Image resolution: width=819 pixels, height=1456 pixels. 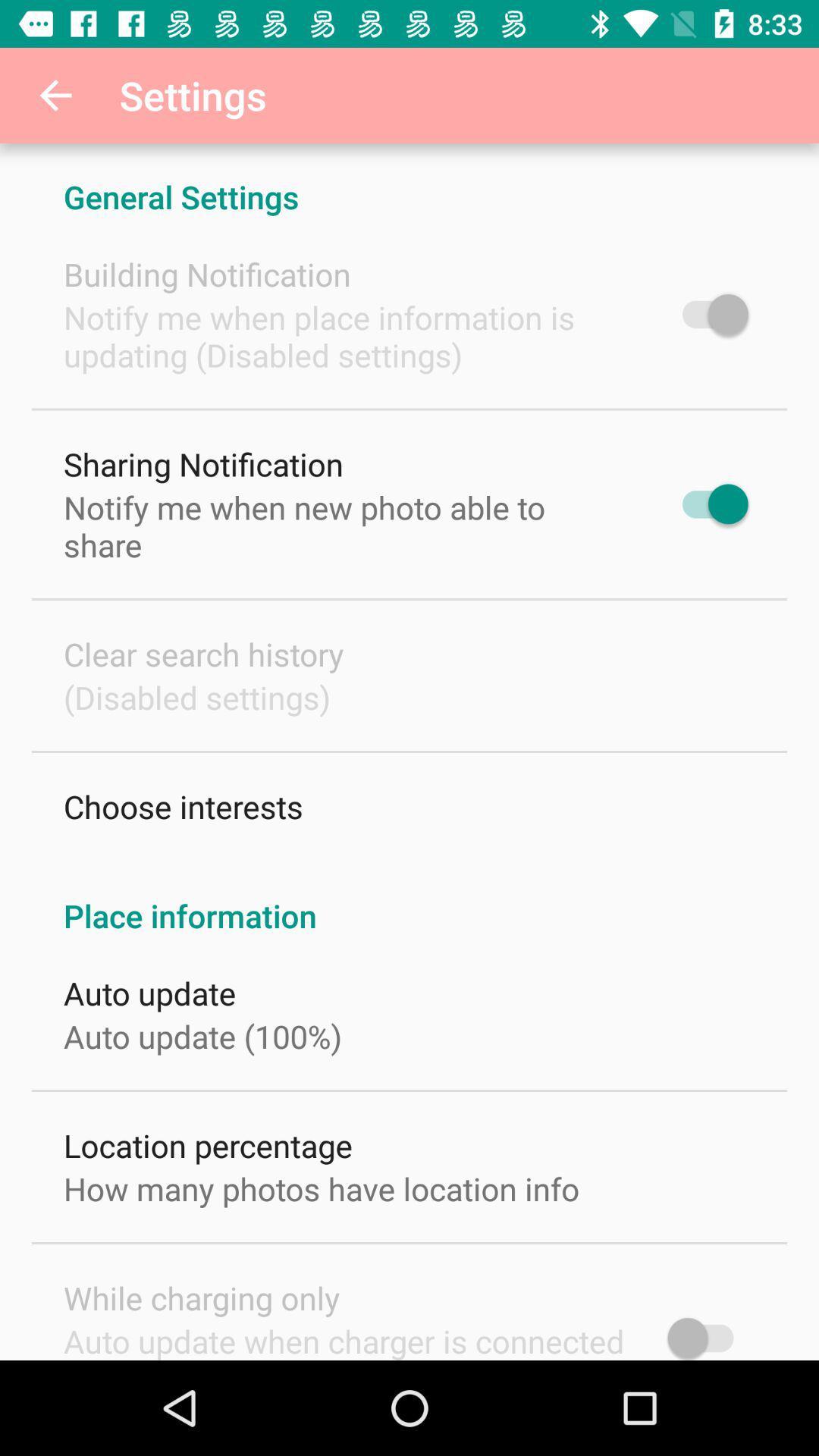 What do you see at coordinates (202, 654) in the screenshot?
I see `the clear search history icon` at bounding box center [202, 654].